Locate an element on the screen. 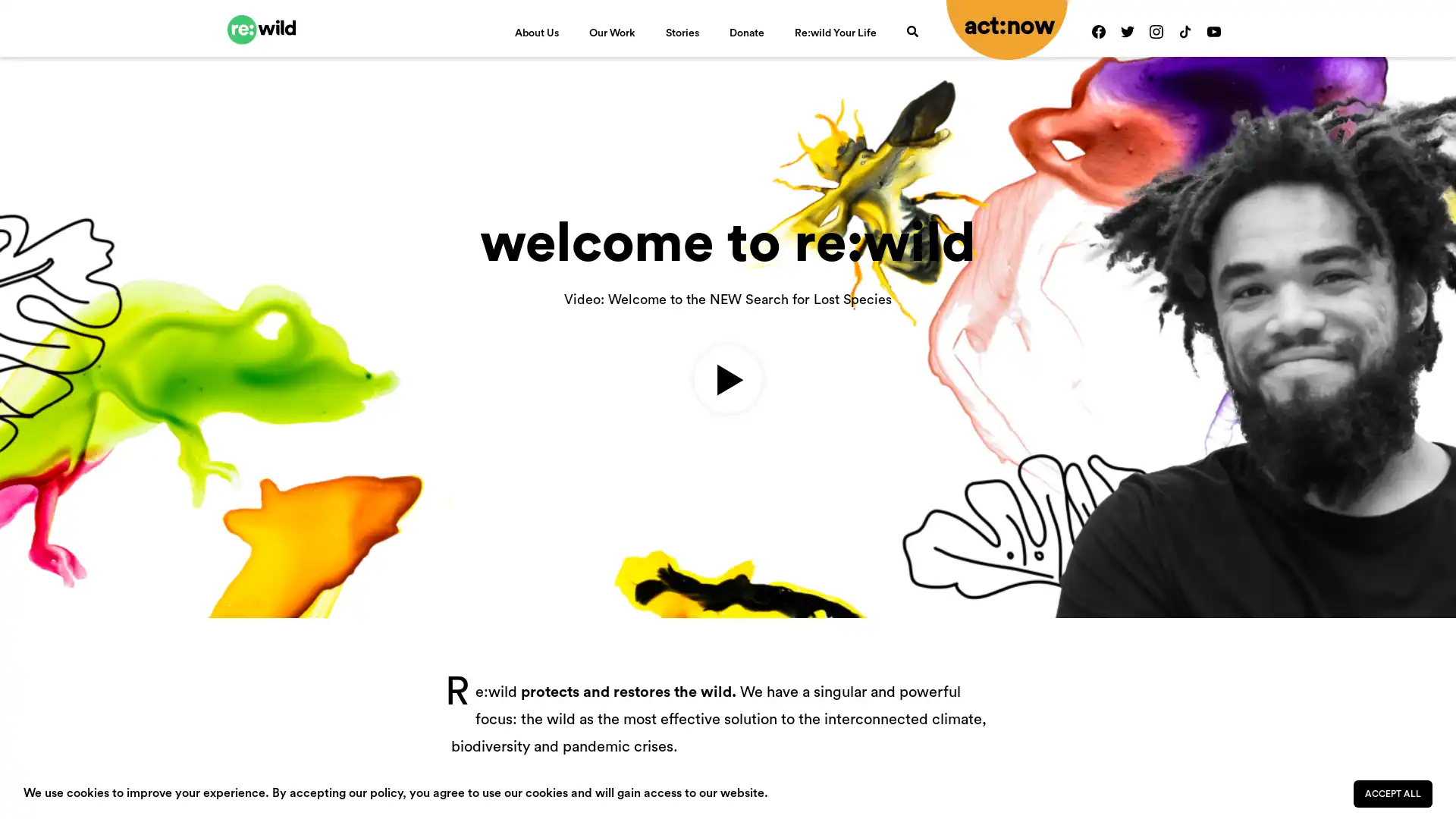 This screenshot has width=1456, height=819. play is located at coordinates (36, 513).